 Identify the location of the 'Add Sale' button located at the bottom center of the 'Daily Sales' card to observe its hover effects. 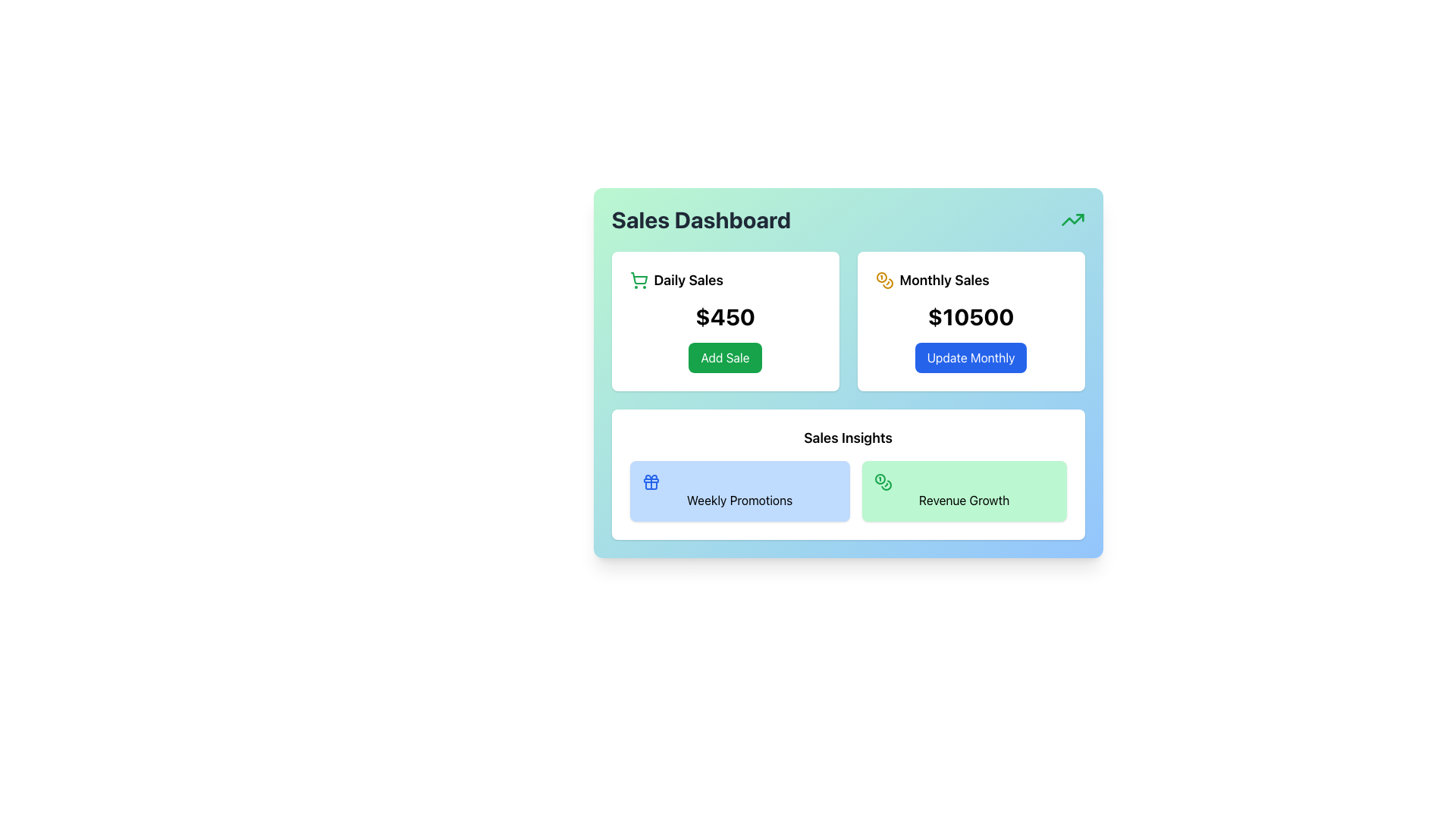
(724, 357).